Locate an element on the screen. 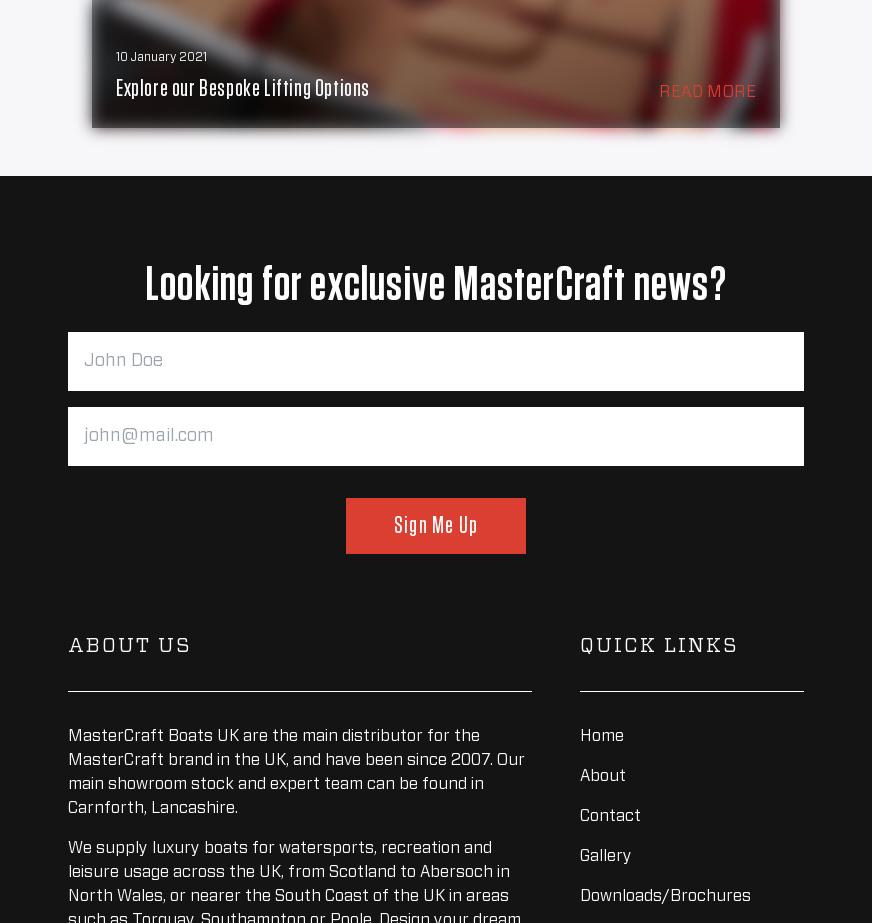 This screenshot has height=923, width=872. '10 January 2021' is located at coordinates (161, 57).